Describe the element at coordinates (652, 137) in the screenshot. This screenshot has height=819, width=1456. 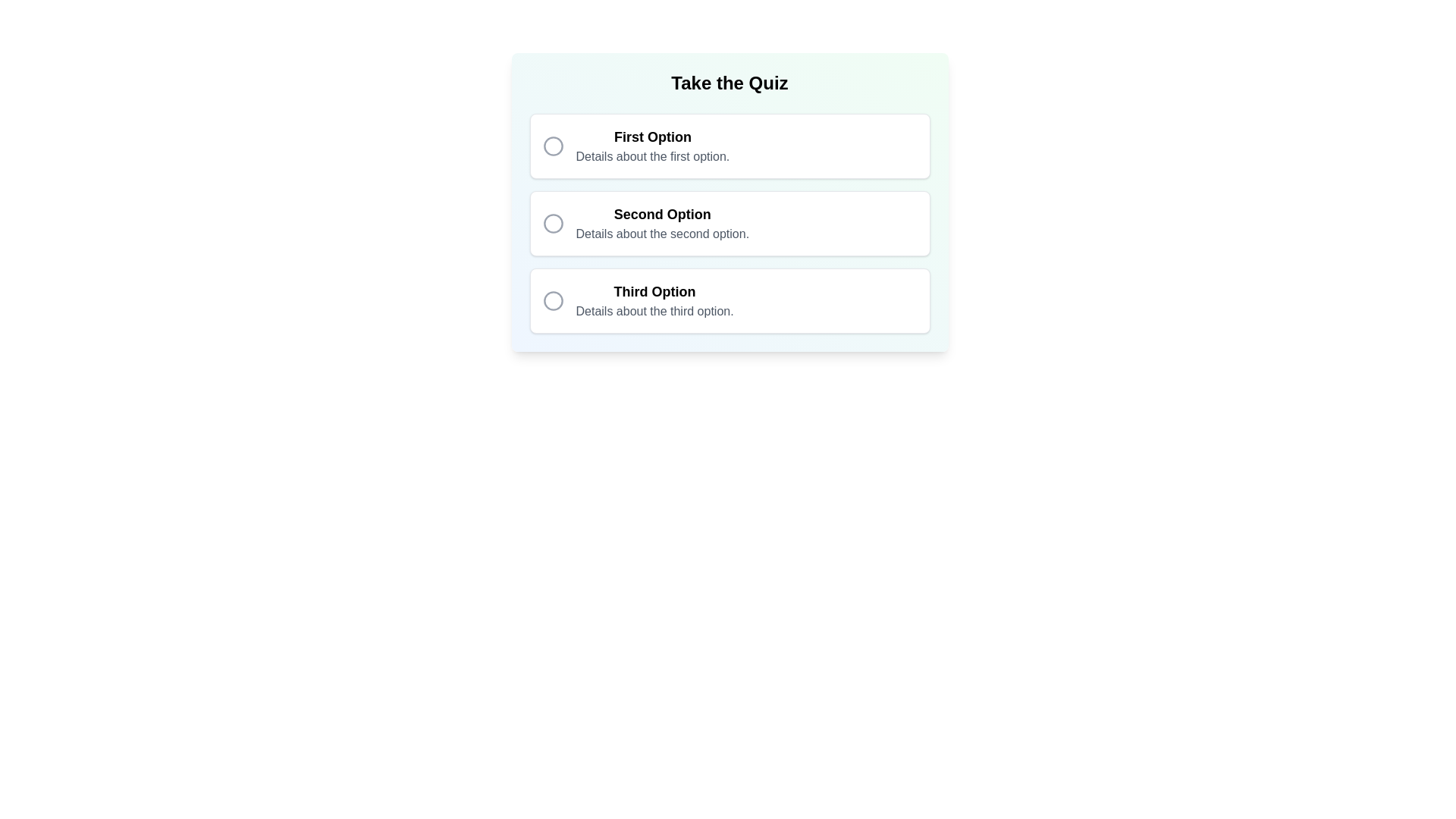
I see `the text label that serves as the title for the first selectable option in the group, which is located at the top of the vertical stack of options` at that location.